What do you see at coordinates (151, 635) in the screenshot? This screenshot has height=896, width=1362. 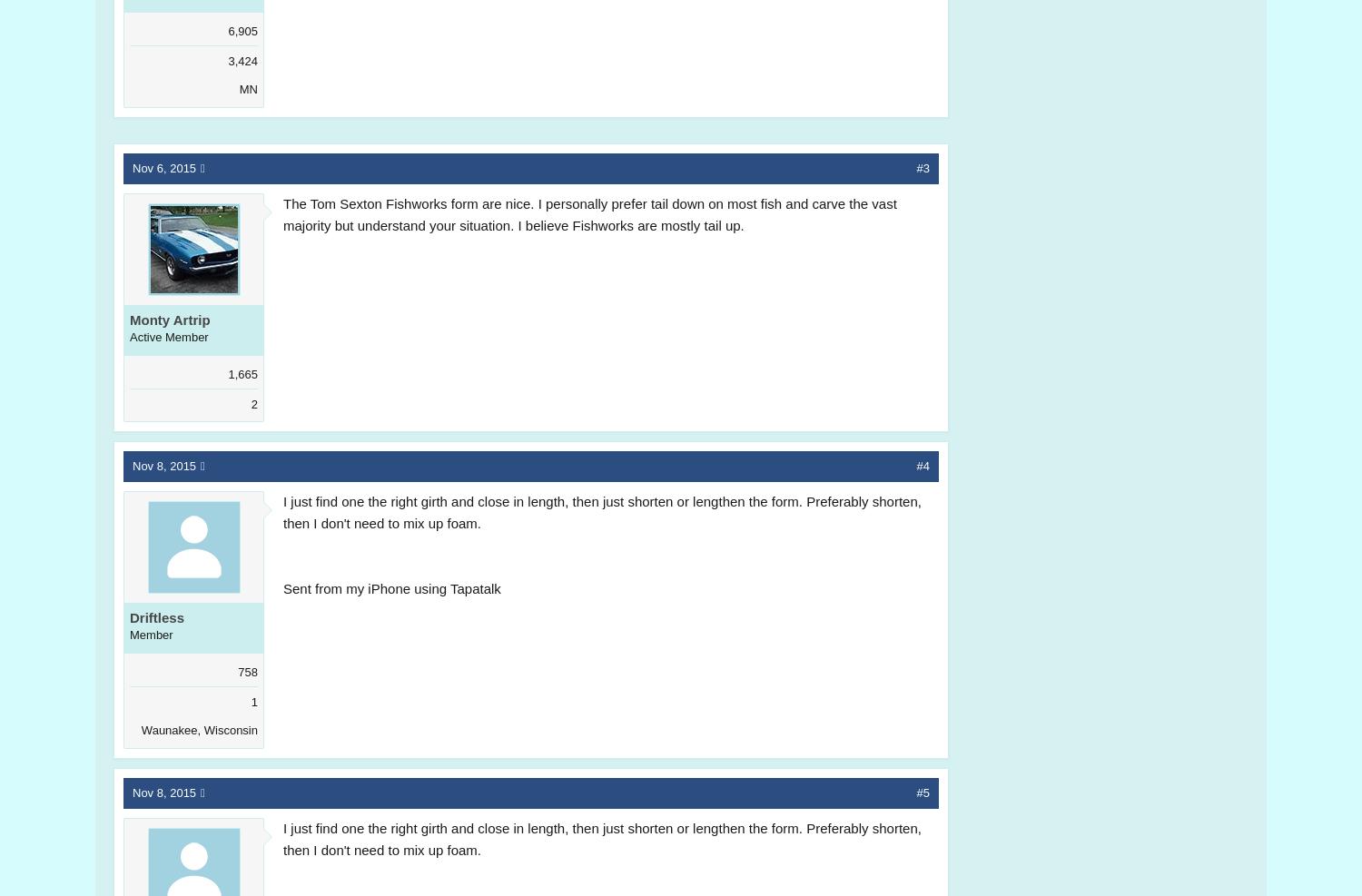 I see `'Member'` at bounding box center [151, 635].